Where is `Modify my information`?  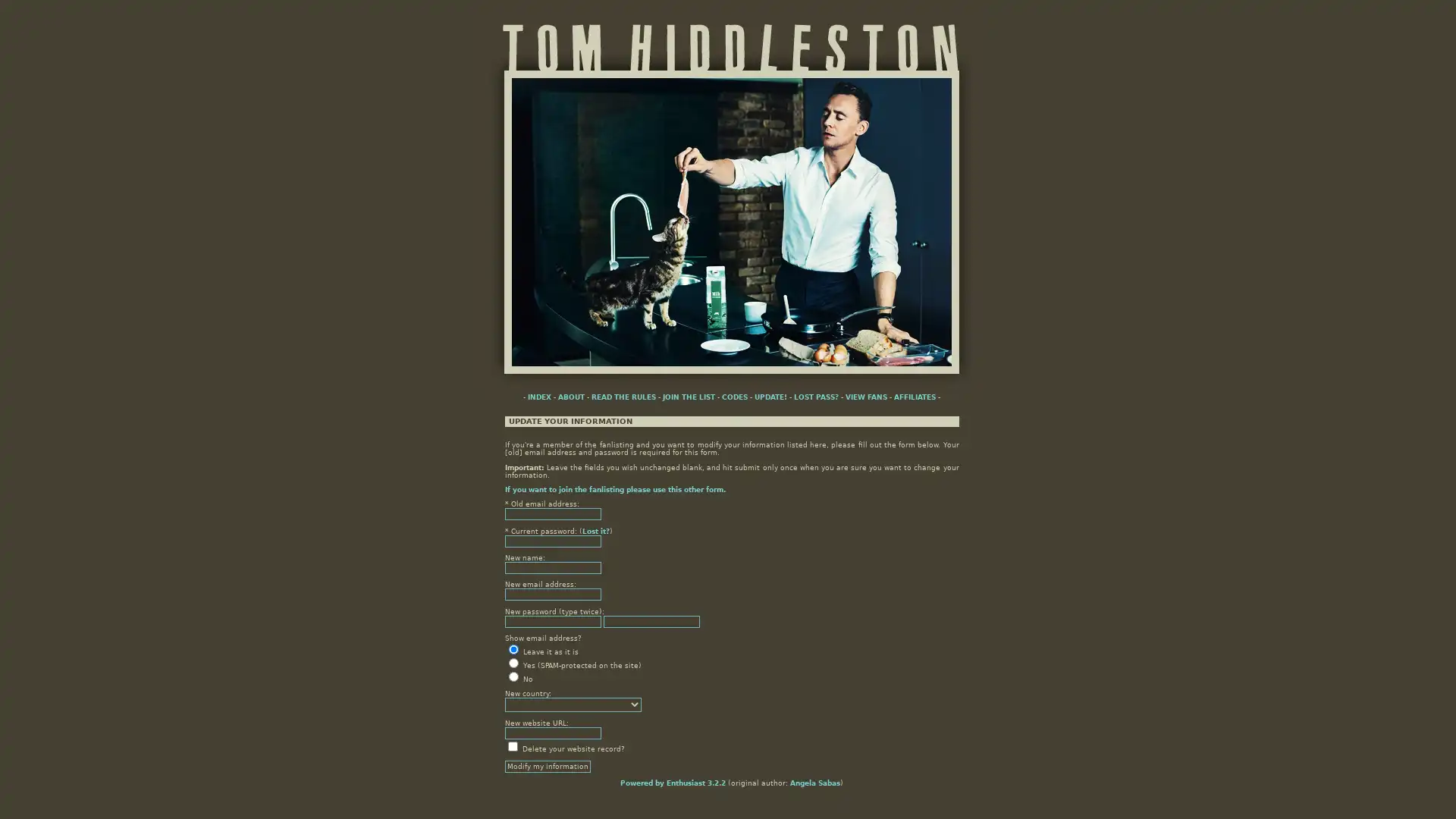
Modify my information is located at coordinates (546, 766).